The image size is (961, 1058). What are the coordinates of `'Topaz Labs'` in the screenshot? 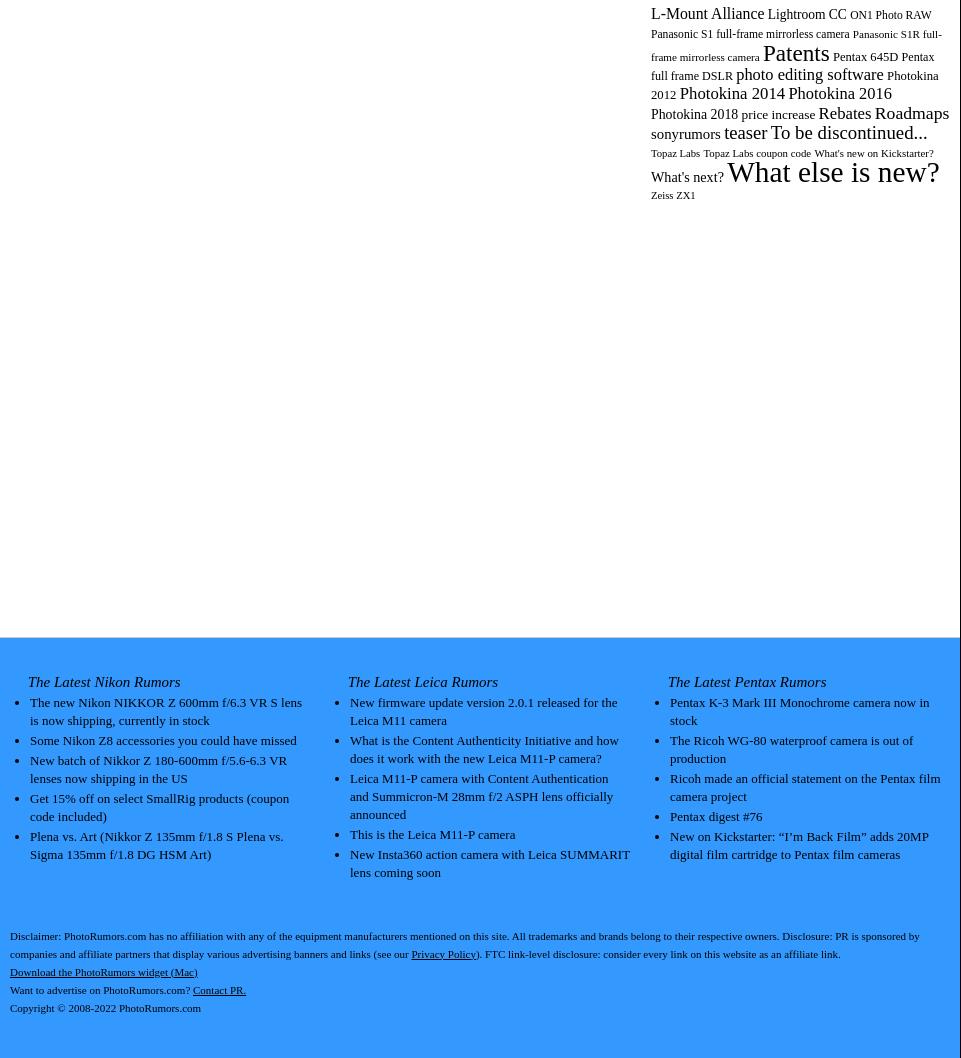 It's located at (674, 151).